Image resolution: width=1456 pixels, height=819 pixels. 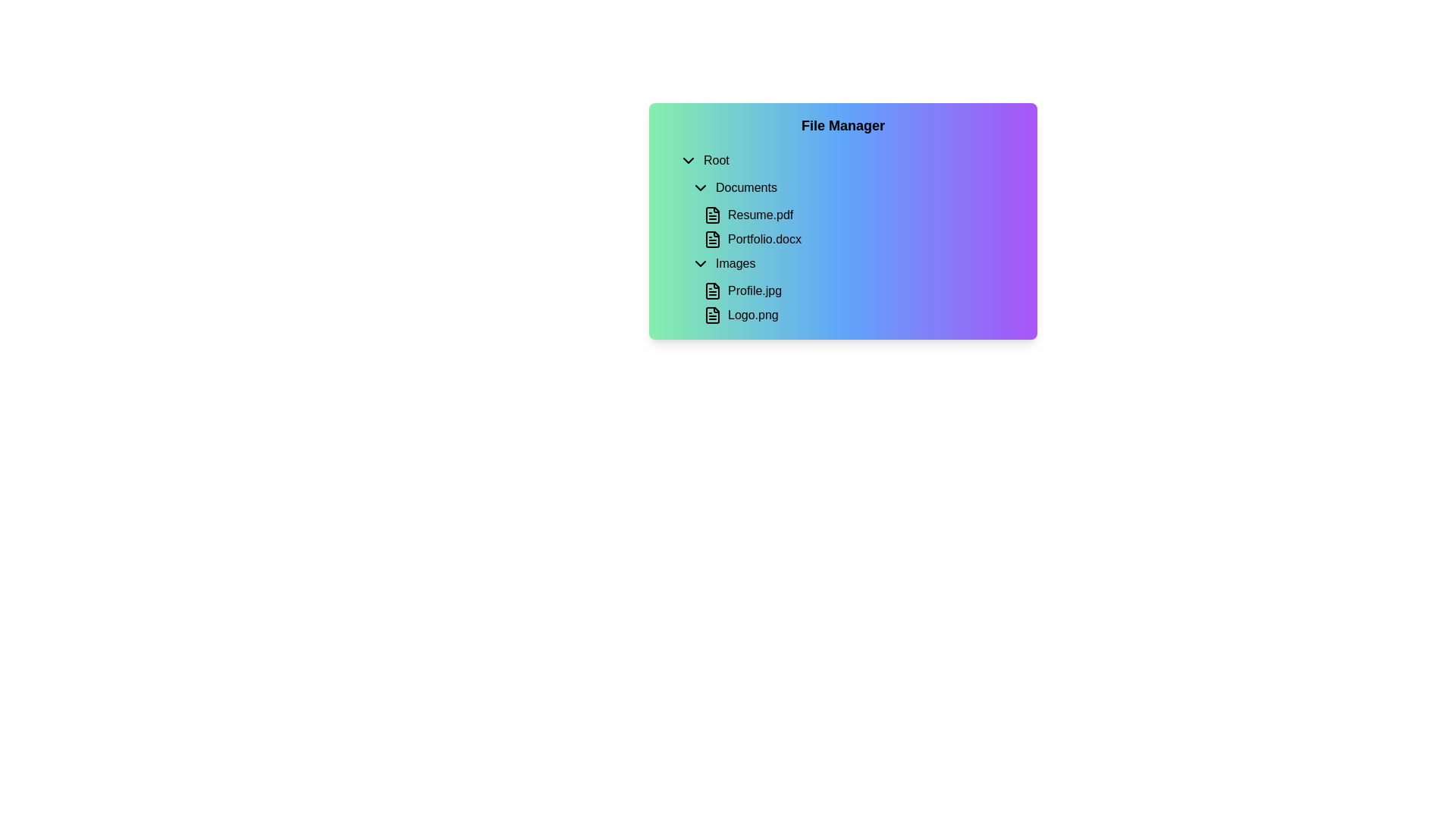 What do you see at coordinates (712, 215) in the screenshot?
I see `the file/document icon representing 'Resume.pdf' in the documents section` at bounding box center [712, 215].